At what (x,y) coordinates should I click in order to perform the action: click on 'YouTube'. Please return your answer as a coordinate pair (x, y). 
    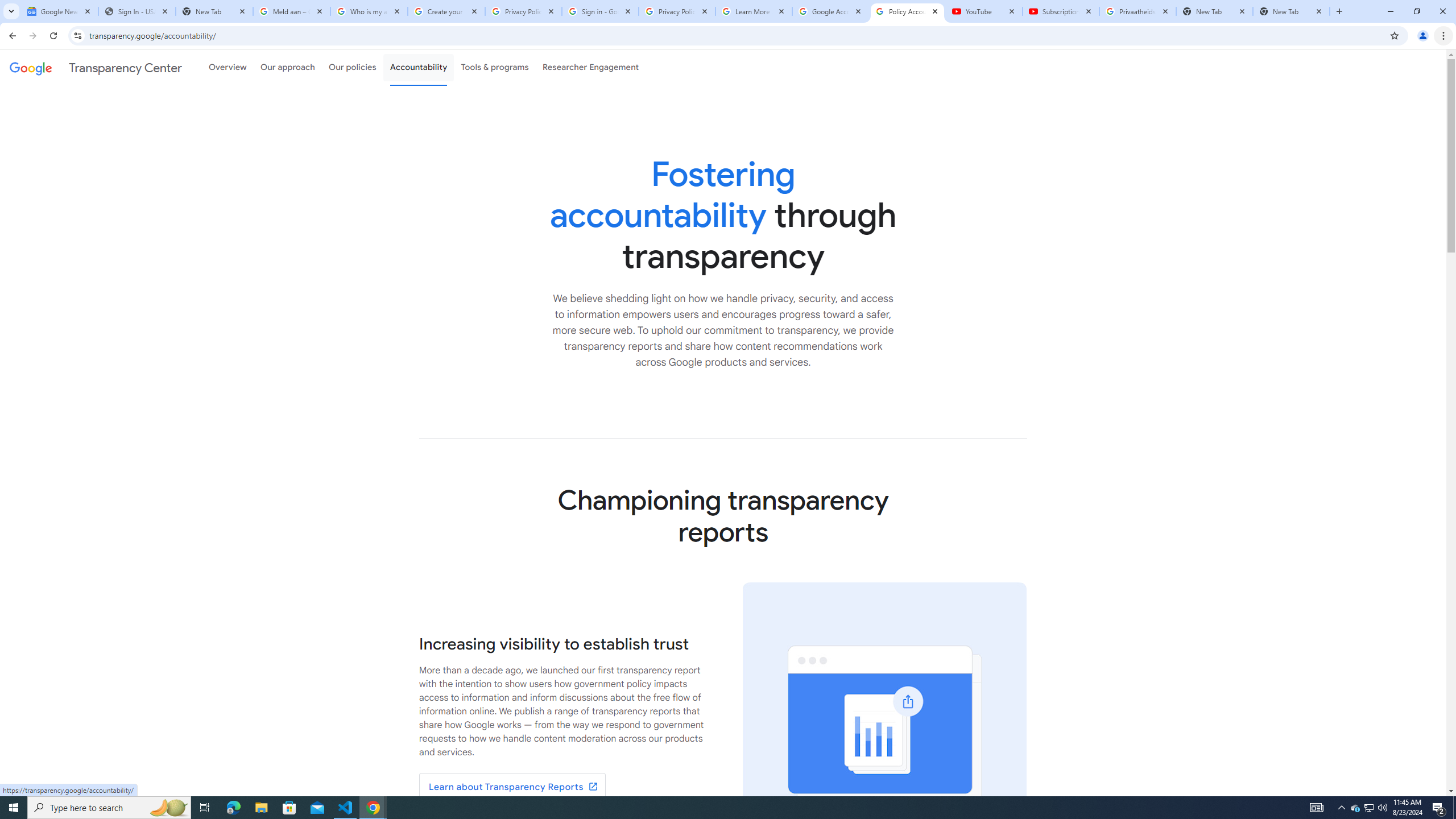
    Looking at the image, I should click on (983, 11).